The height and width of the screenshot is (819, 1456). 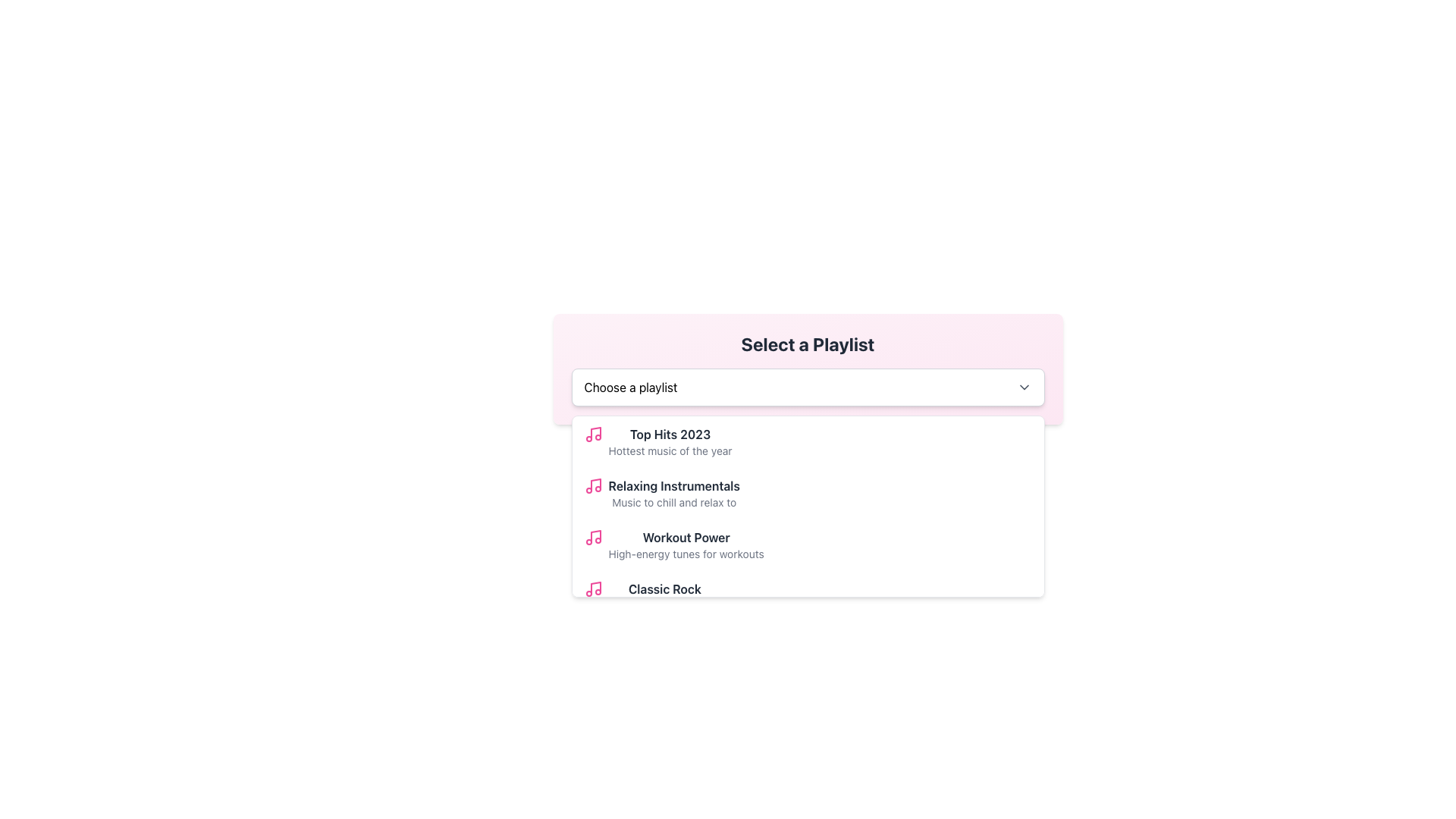 I want to click on the pink musical note icon located to the left of the text 'Top Hits 2023' in the playlist dropdown, so click(x=592, y=435).